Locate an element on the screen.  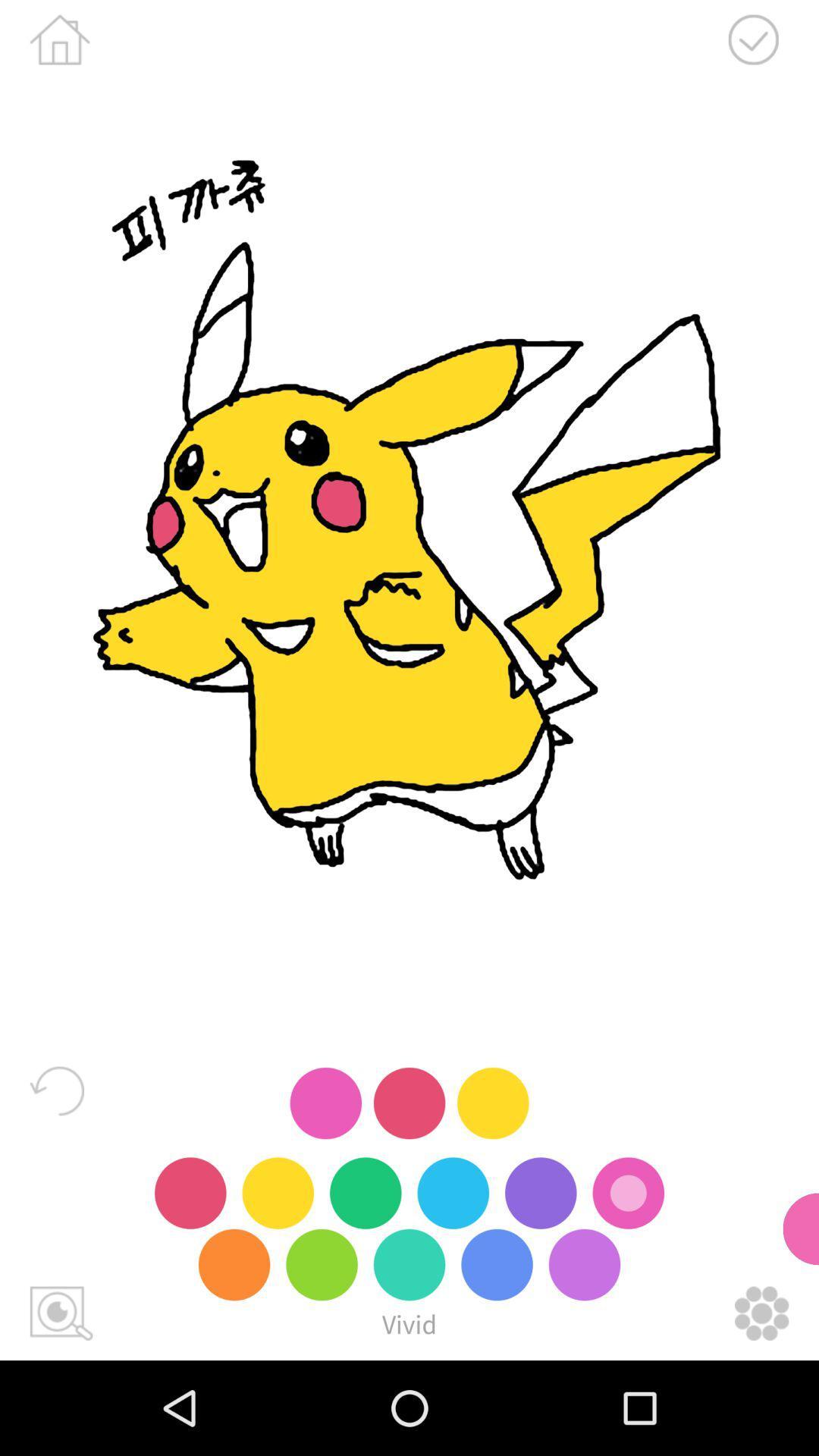
edit this drawing is located at coordinates (761, 1313).